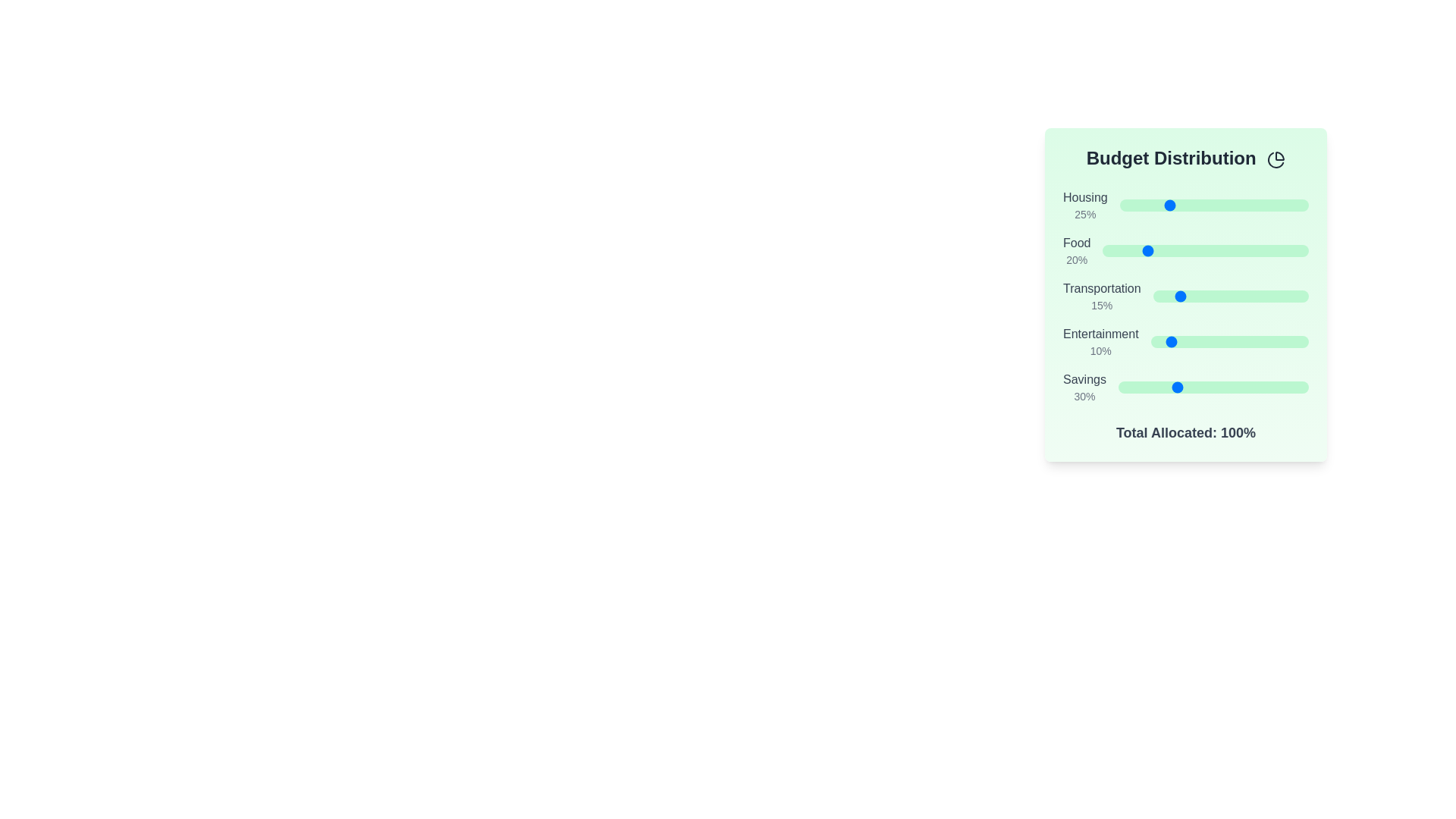 Image resolution: width=1456 pixels, height=819 pixels. I want to click on the 'Savings' slider to set its value to 21%, so click(1157, 386).